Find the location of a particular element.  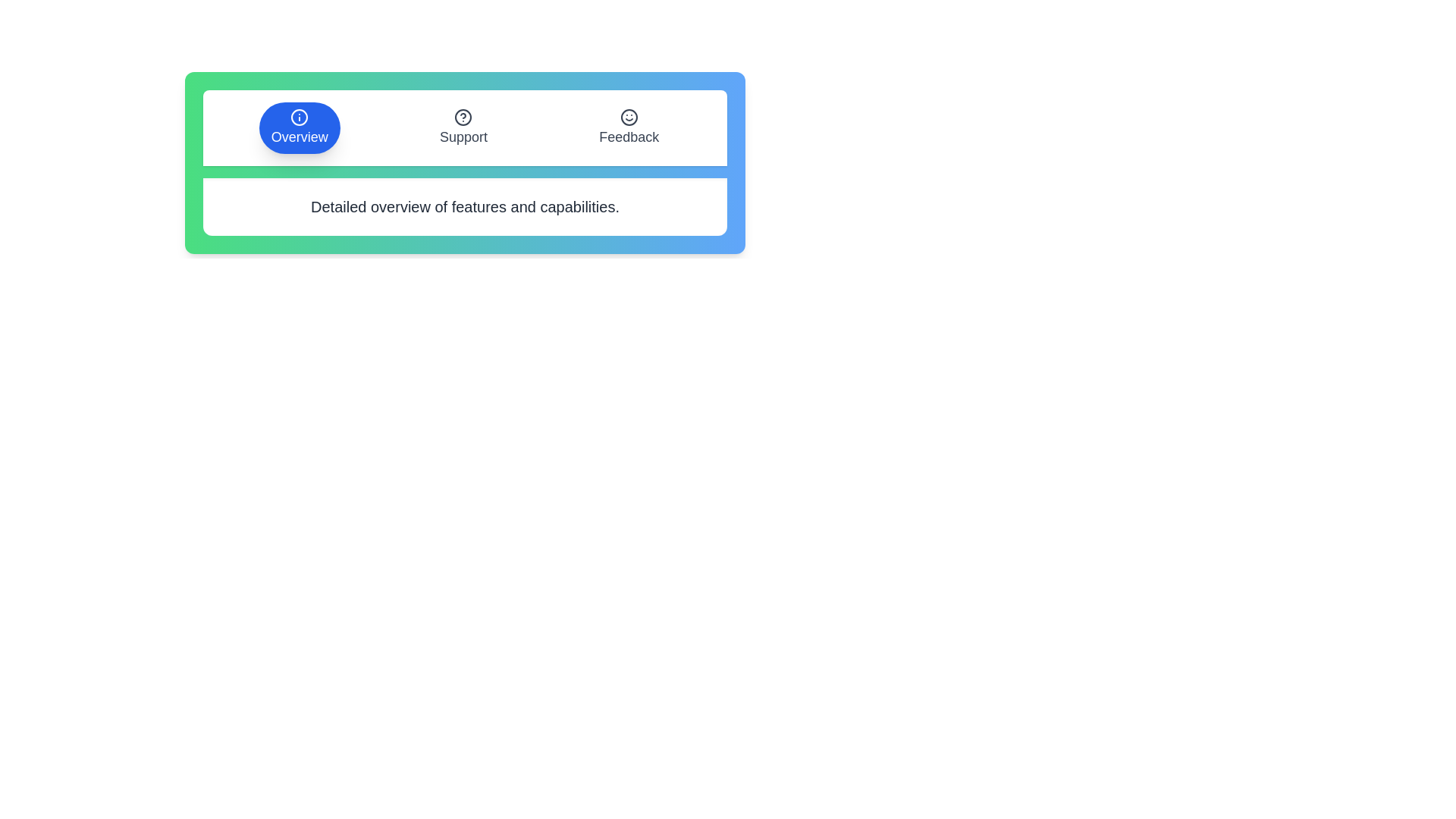

the tab labeled Overview to allow visual assessment is located at coordinates (300, 127).